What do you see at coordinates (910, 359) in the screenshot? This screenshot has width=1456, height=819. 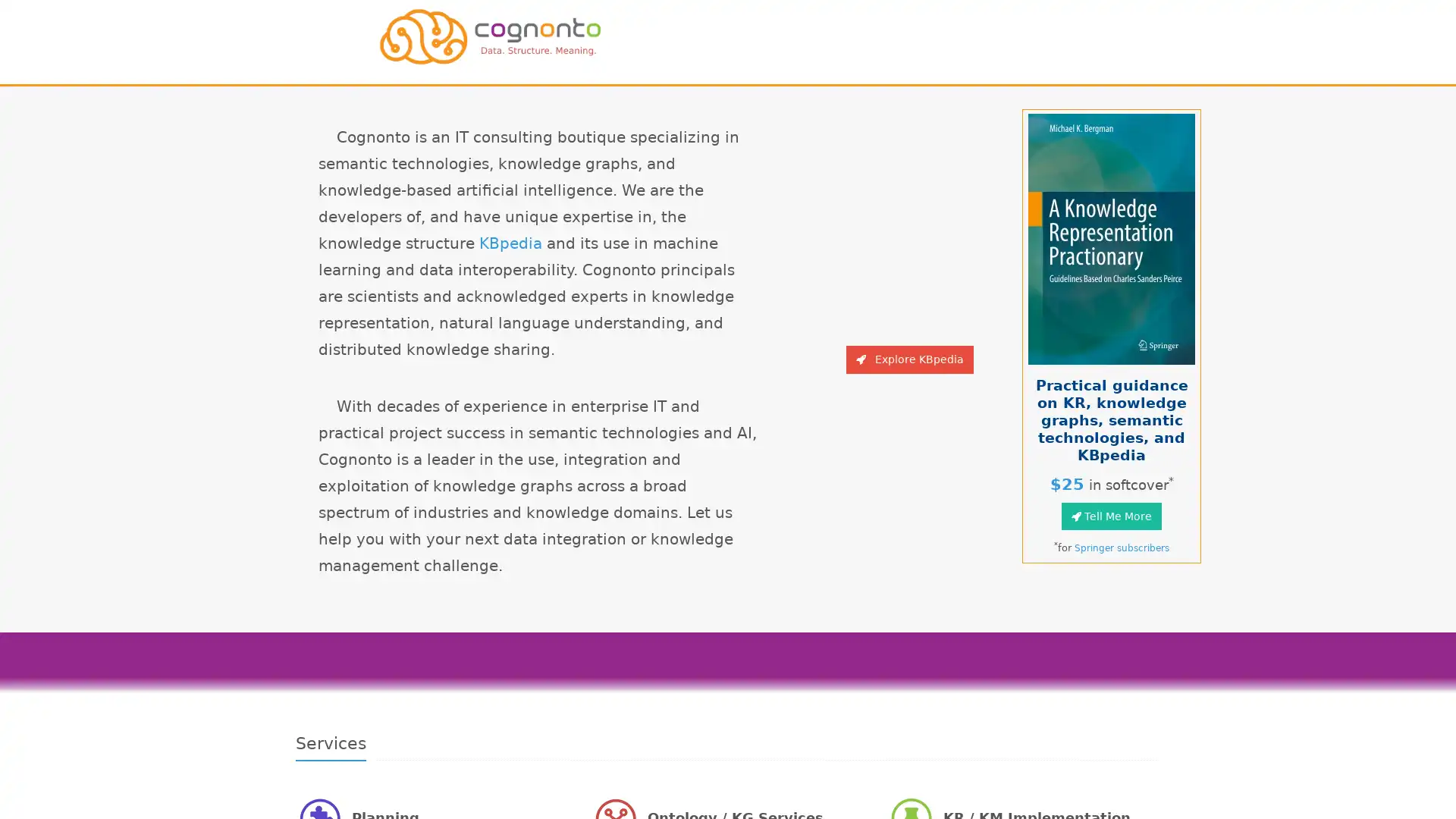 I see `Explore KBpedia` at bounding box center [910, 359].